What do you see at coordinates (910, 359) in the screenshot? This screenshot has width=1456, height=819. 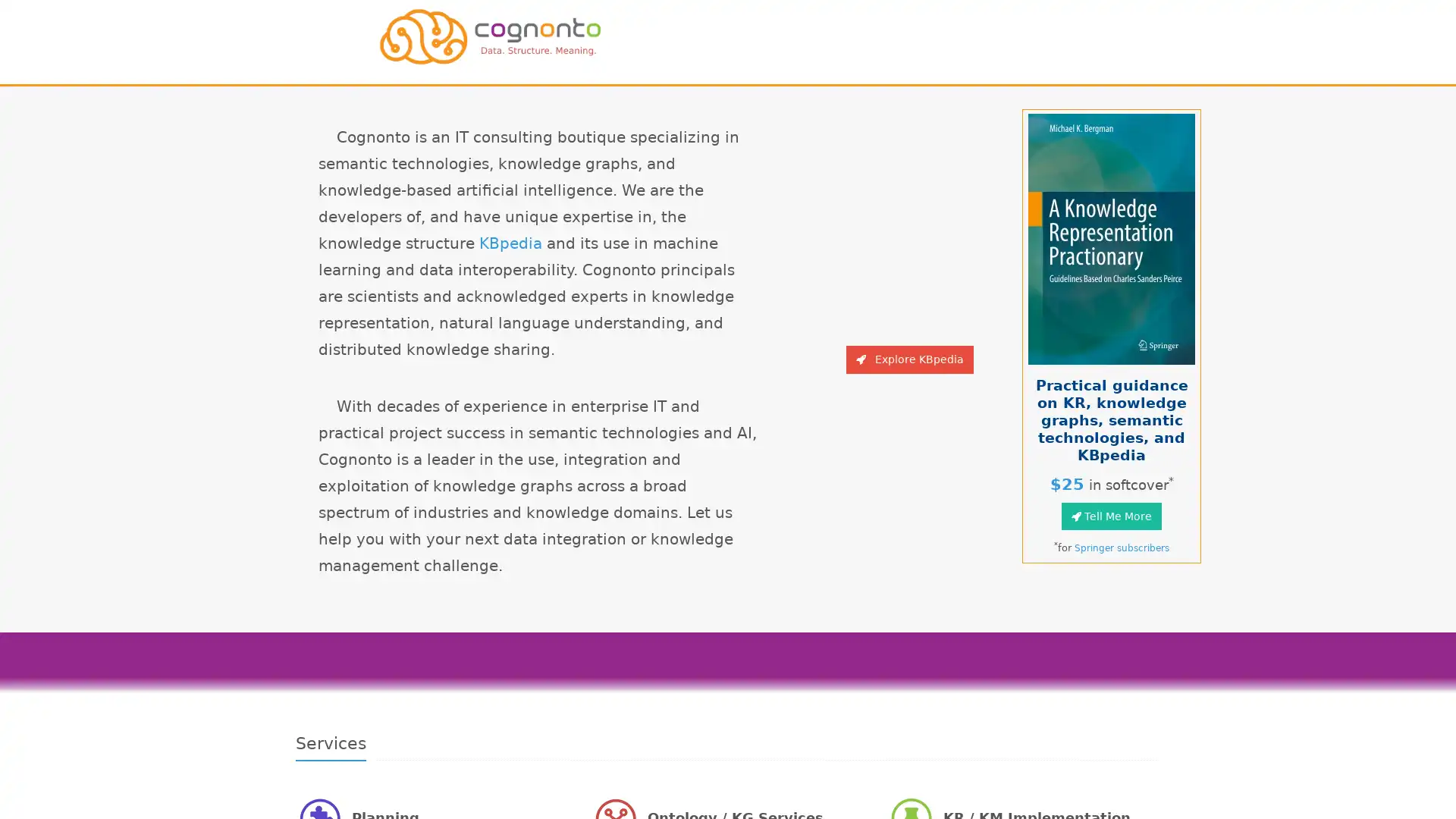 I see `Explore KBpedia` at bounding box center [910, 359].